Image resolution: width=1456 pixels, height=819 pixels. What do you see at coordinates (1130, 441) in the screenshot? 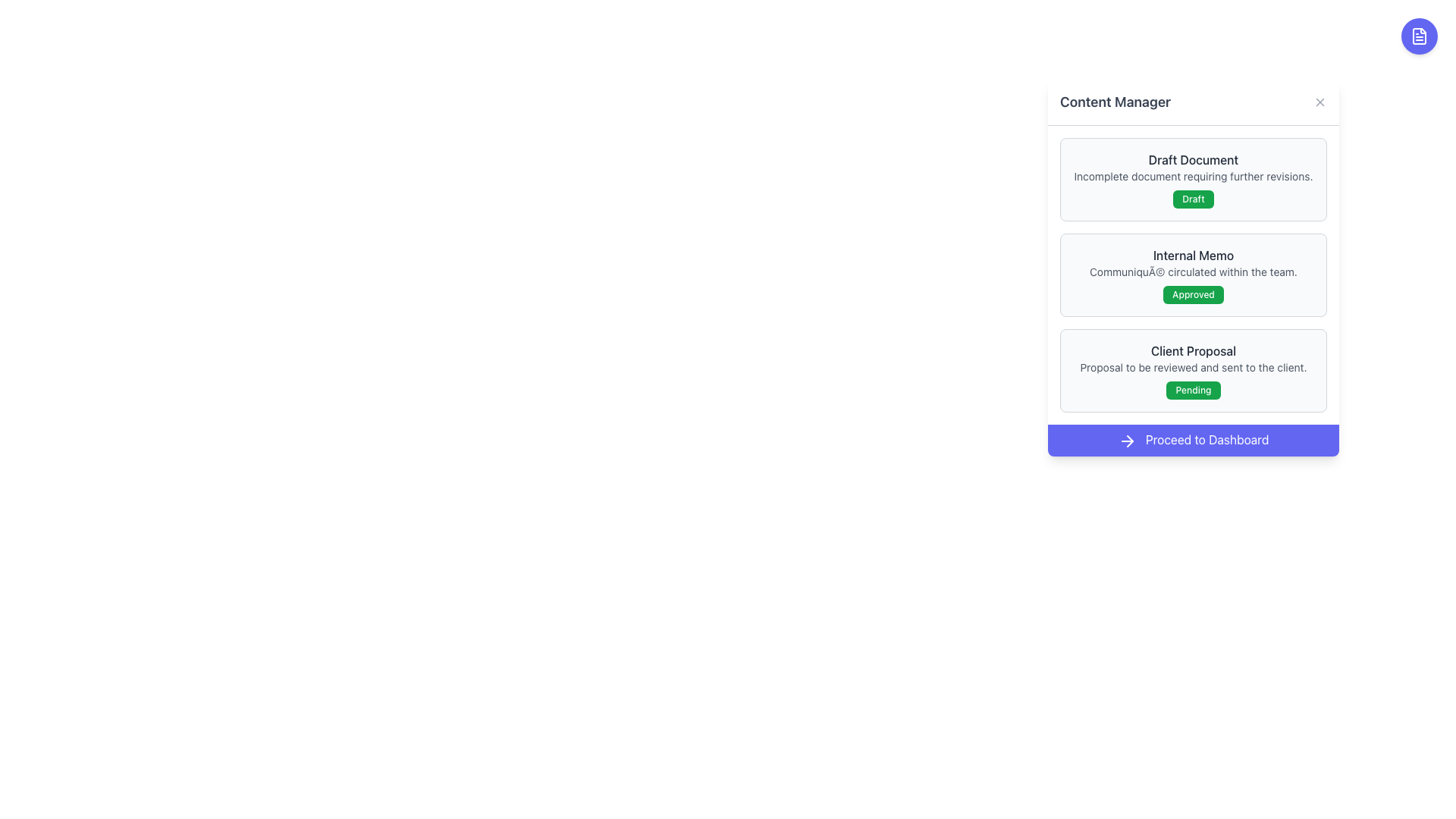
I see `the right-facing arrow icon located in the bottom bar, positioned to the left of the 'Proceed to Dashboard' button, which serves as a navigational element` at bounding box center [1130, 441].